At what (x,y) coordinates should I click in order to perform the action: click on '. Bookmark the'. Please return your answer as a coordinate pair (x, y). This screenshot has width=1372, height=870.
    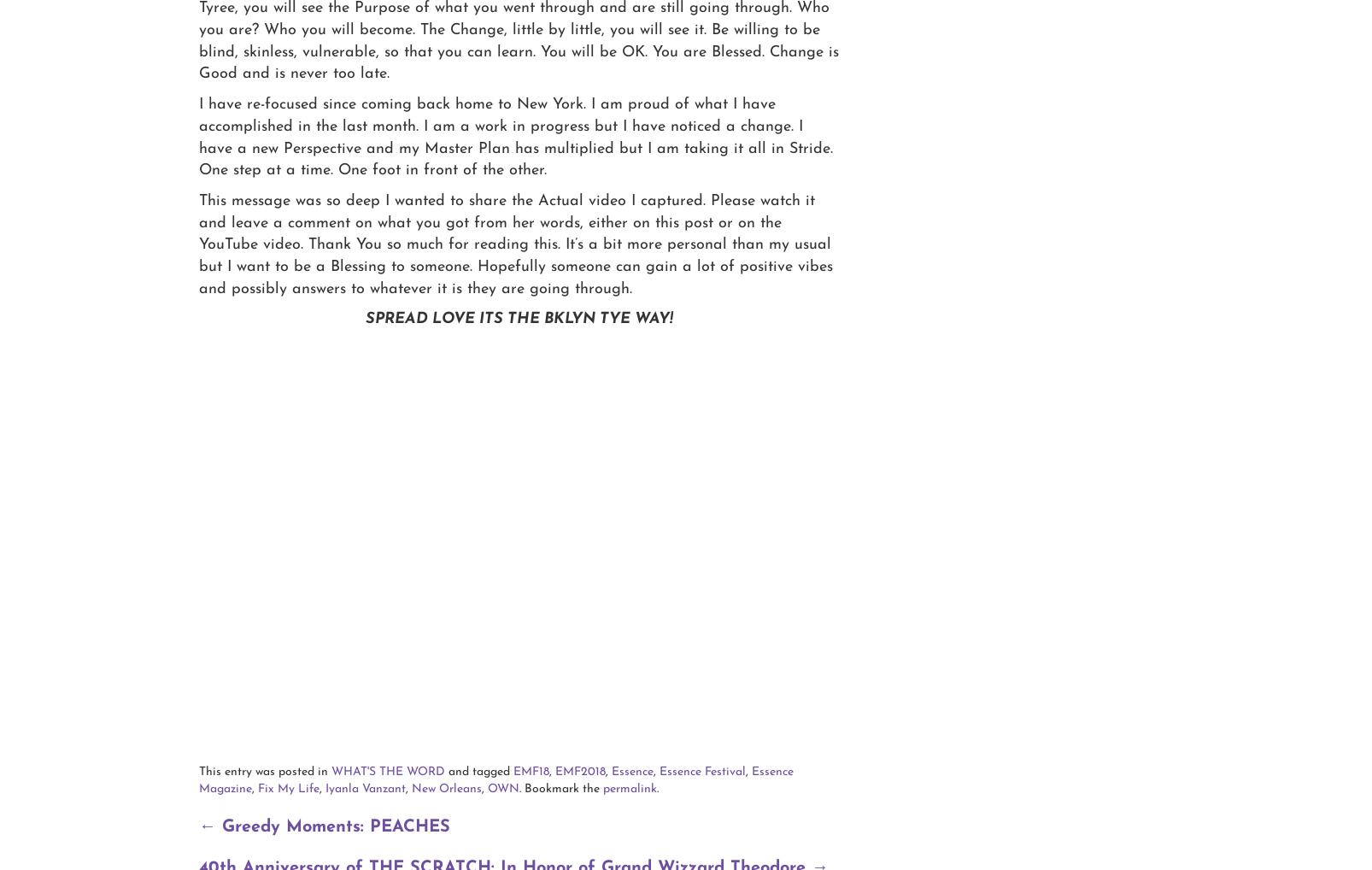
    Looking at the image, I should click on (560, 787).